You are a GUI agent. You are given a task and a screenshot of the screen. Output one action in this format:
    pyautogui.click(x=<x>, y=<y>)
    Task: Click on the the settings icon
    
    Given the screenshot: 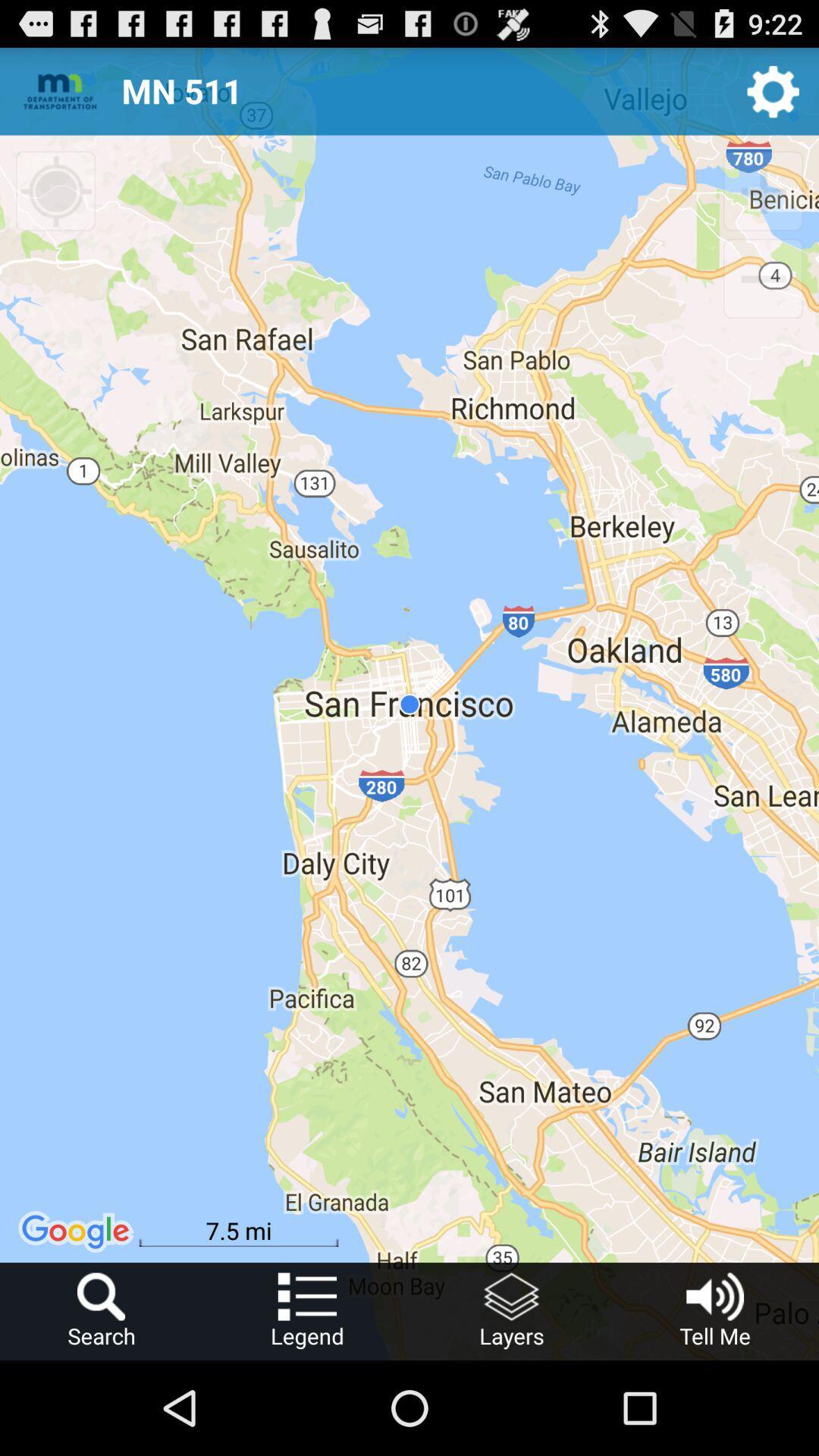 What is the action you would take?
    pyautogui.click(x=773, y=97)
    